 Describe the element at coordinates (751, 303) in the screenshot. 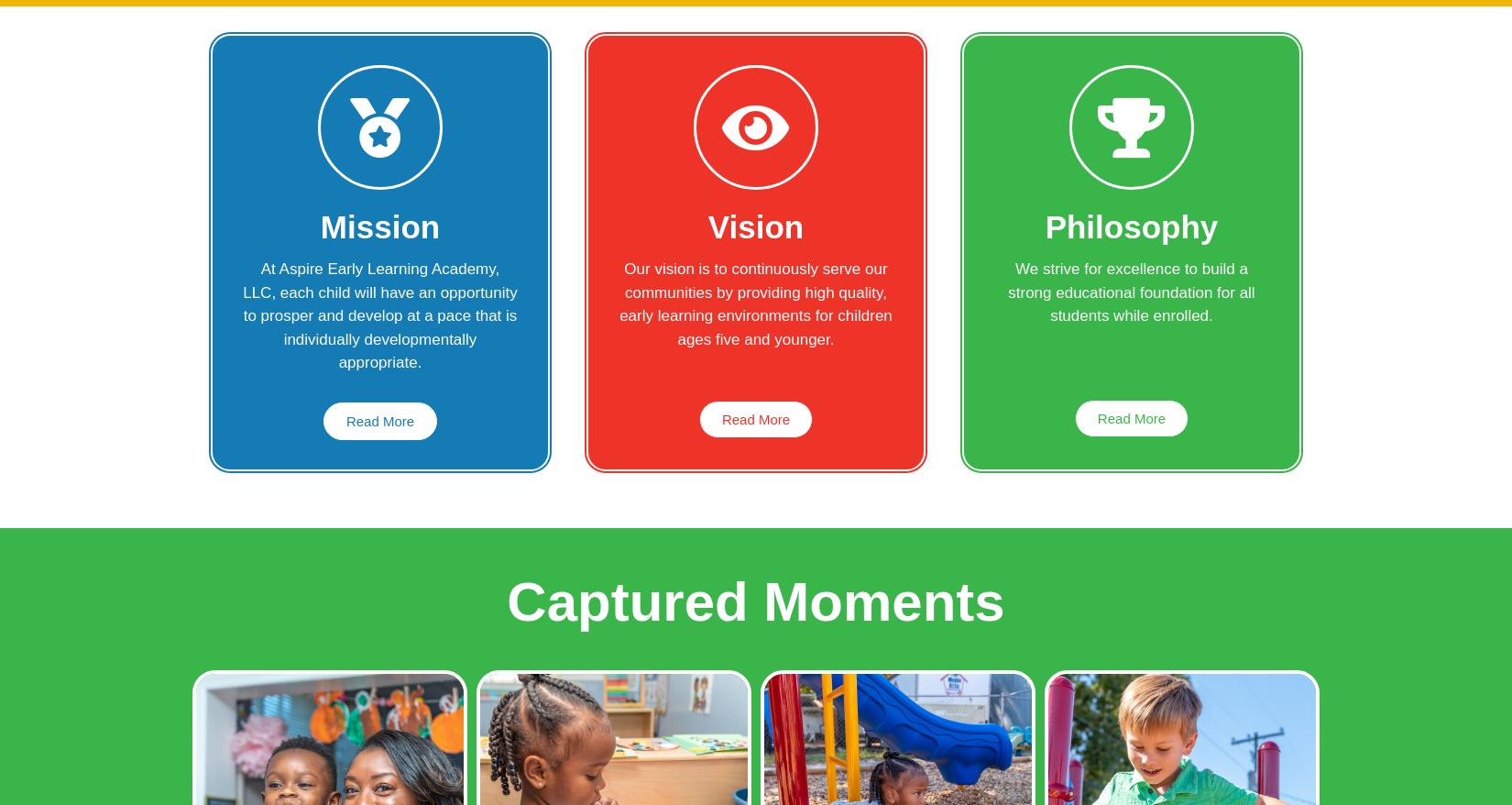

I see `'communities by providing high quality, early'` at that location.